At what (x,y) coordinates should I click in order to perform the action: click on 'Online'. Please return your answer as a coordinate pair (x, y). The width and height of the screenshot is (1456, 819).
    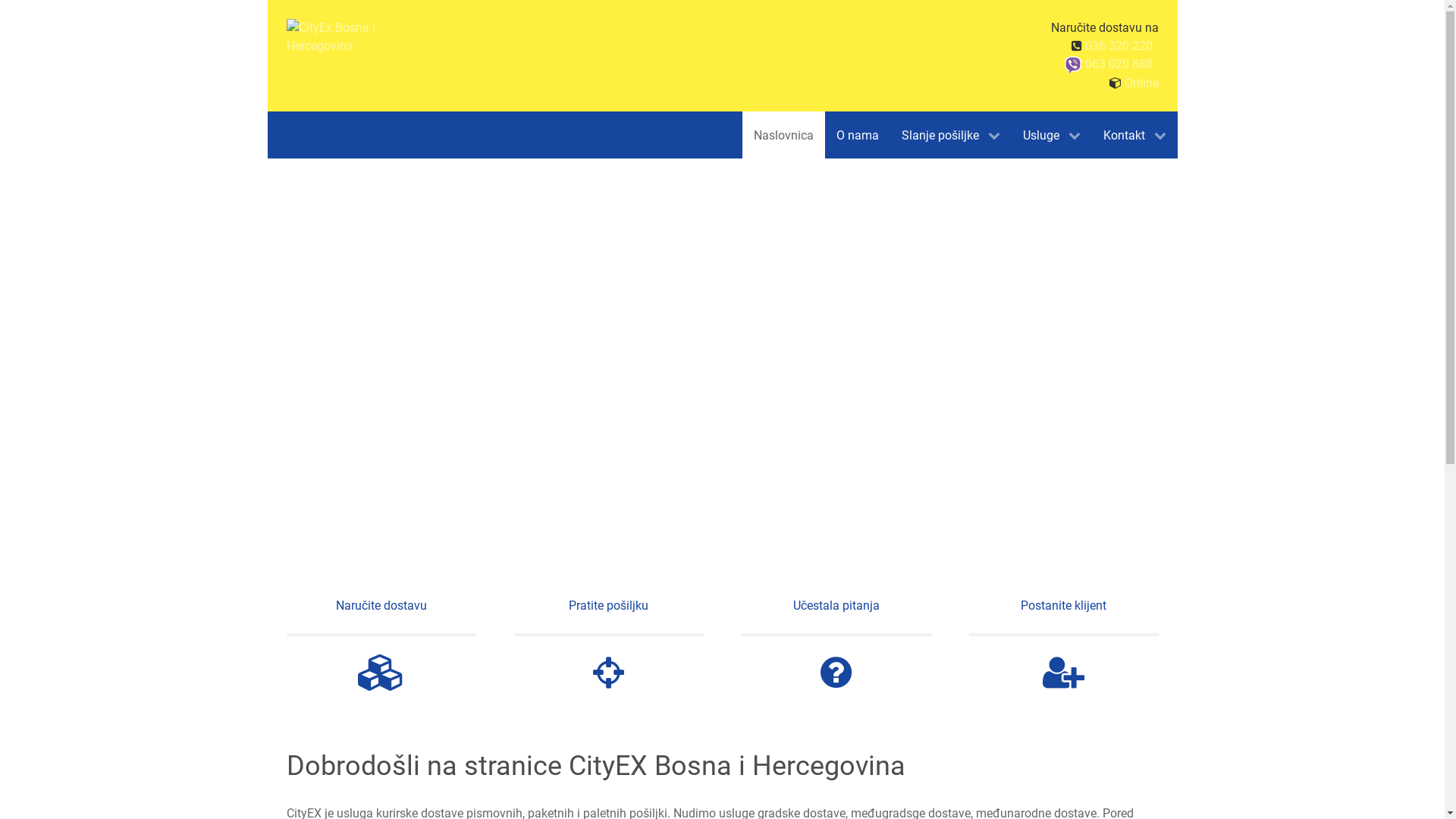
    Looking at the image, I should click on (1141, 83).